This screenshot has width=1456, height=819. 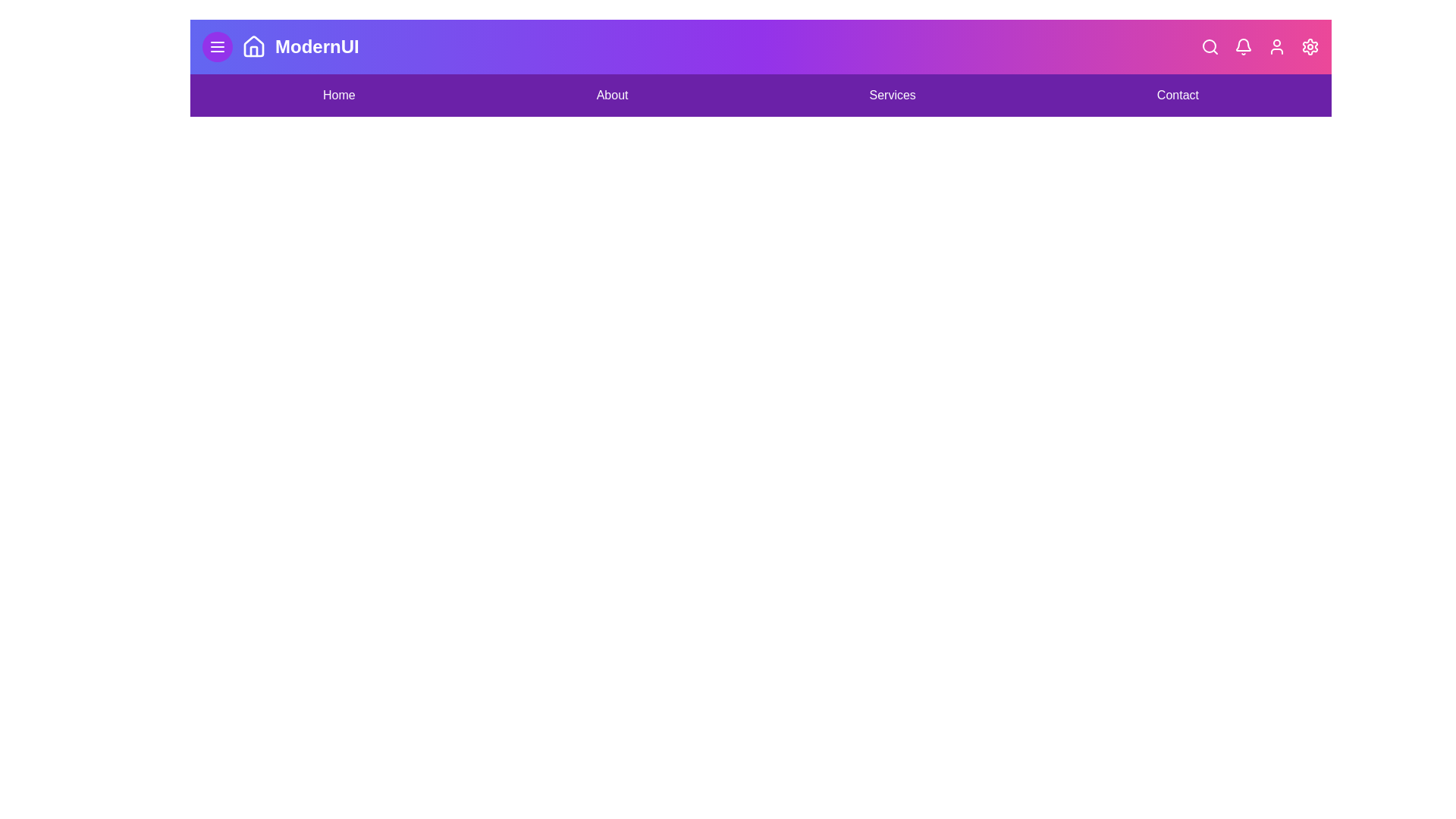 I want to click on the navigation link labeled Home to navigate to the corresponding section, so click(x=338, y=96).